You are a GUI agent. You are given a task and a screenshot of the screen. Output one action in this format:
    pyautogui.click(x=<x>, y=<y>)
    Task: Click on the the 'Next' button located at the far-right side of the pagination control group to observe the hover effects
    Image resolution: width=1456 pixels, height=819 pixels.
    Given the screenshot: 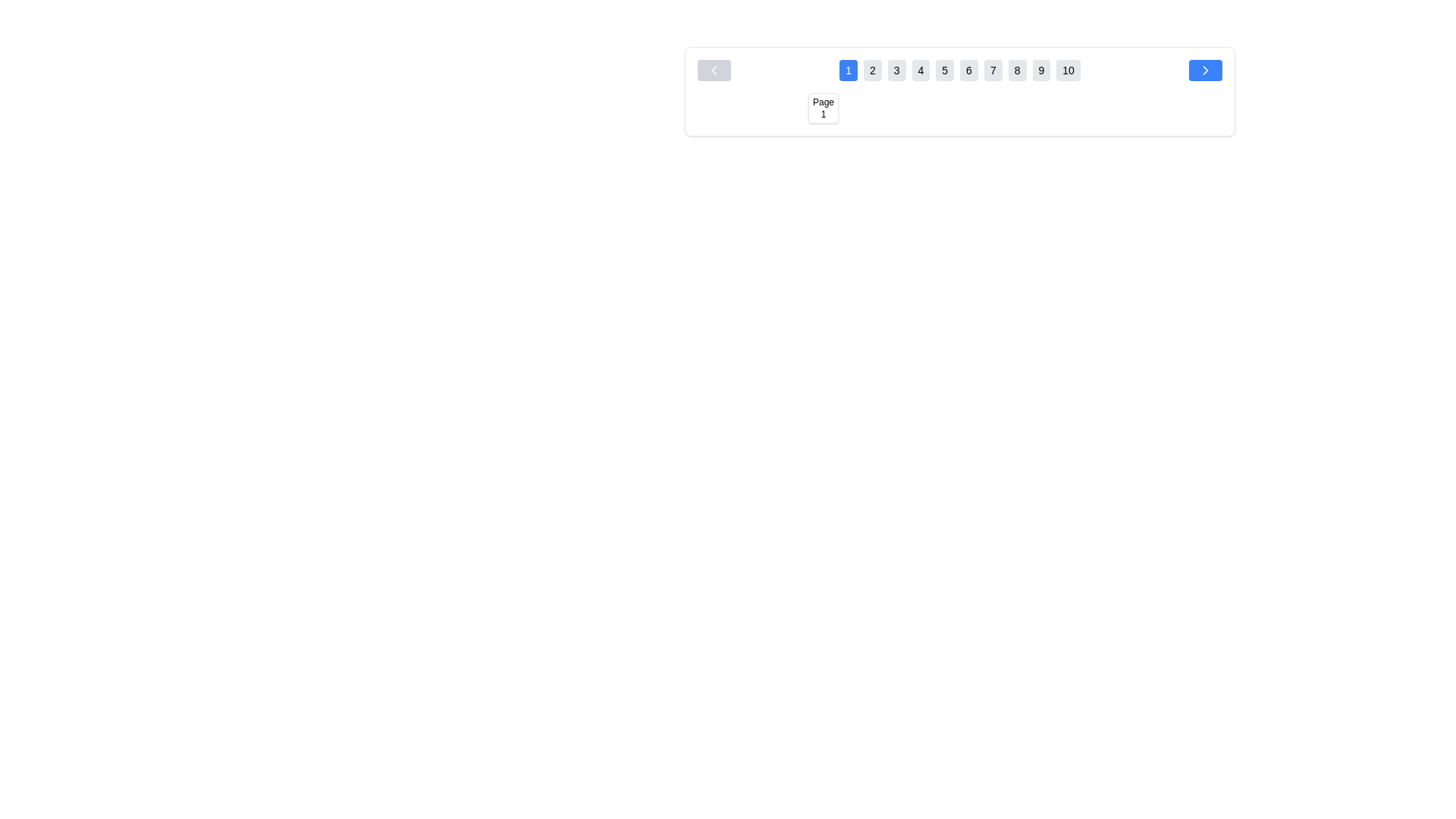 What is the action you would take?
    pyautogui.click(x=1204, y=70)
    